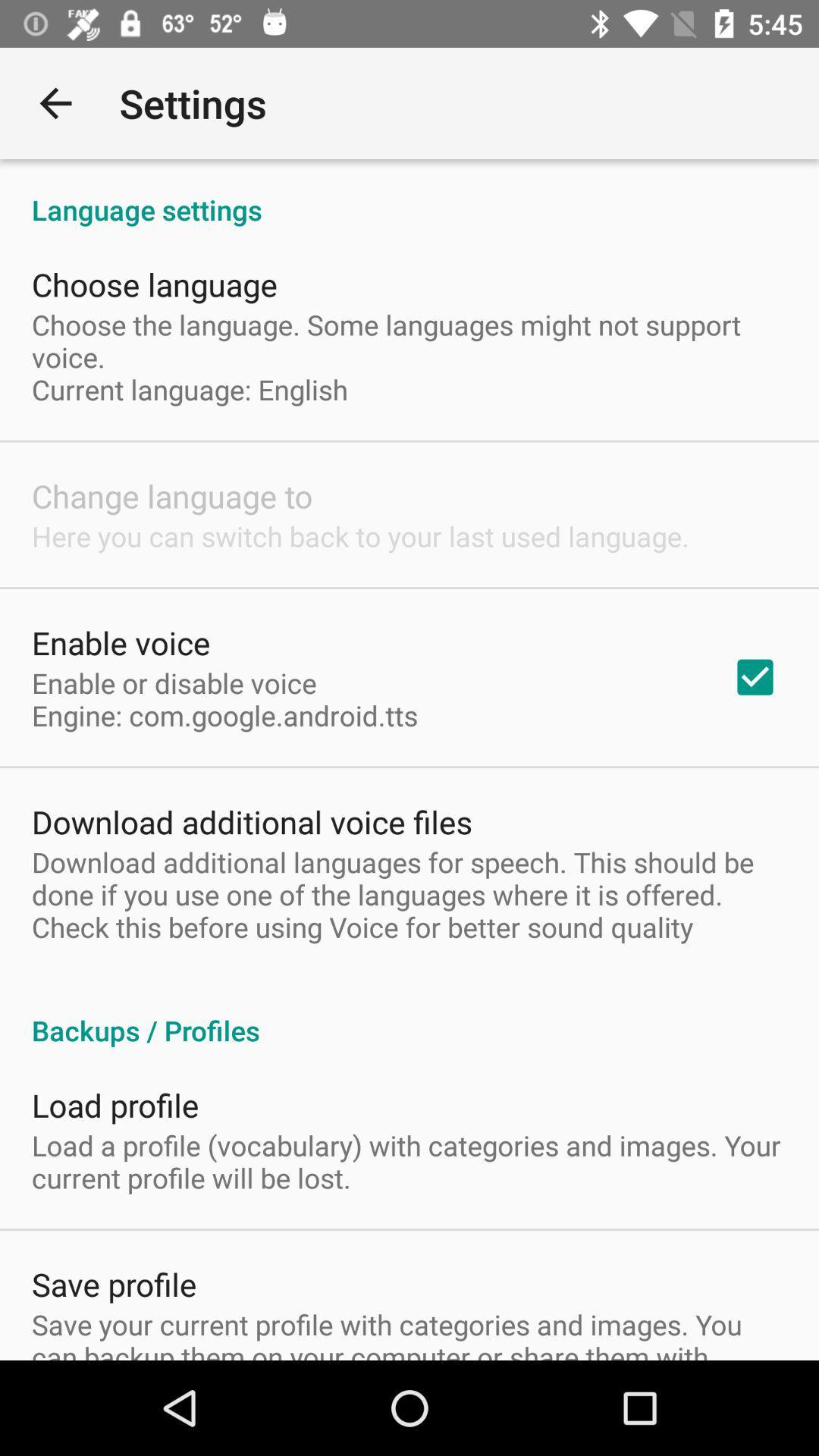 Image resolution: width=819 pixels, height=1456 pixels. What do you see at coordinates (409, 193) in the screenshot?
I see `the language settings icon` at bounding box center [409, 193].